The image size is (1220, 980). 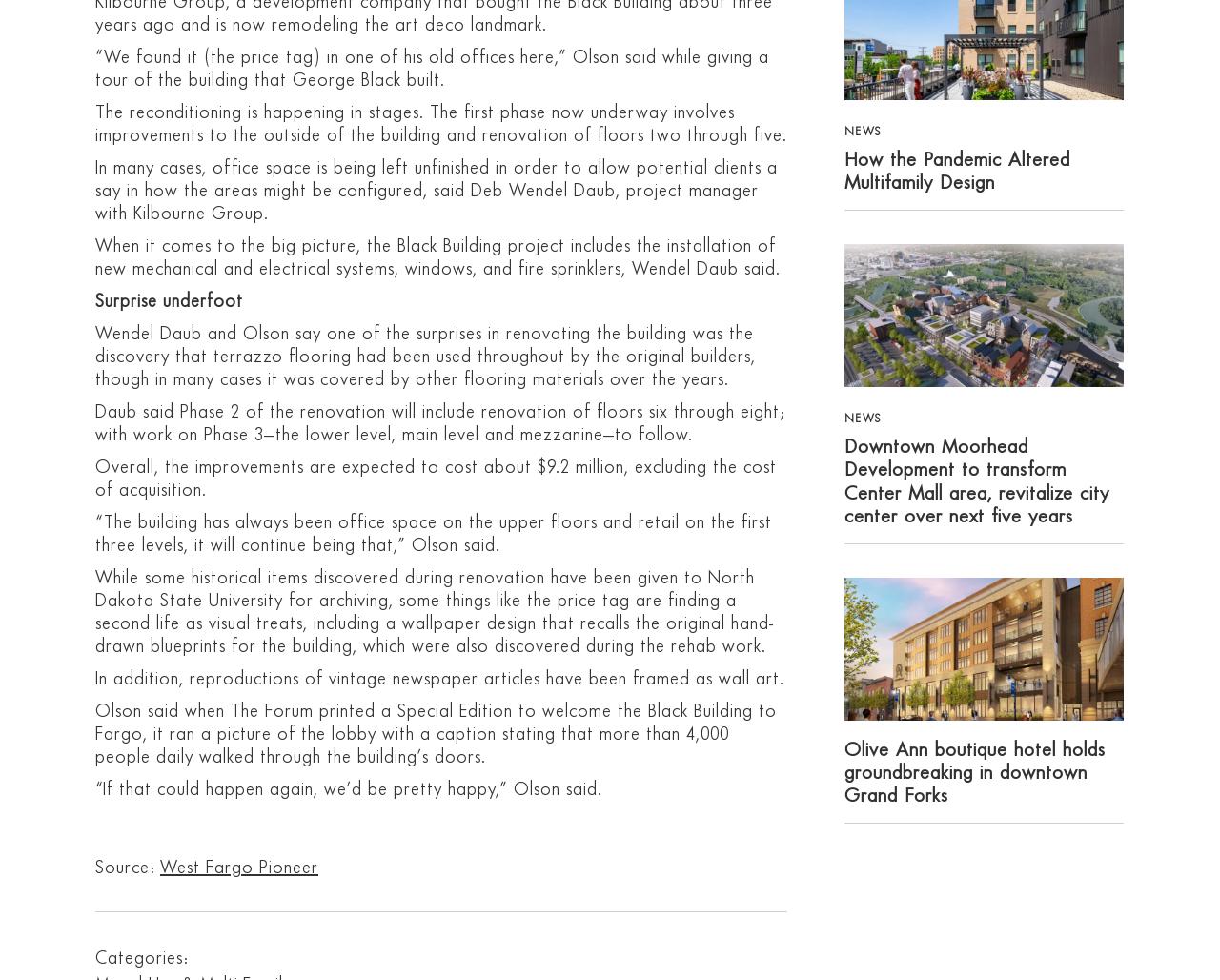 What do you see at coordinates (956, 171) in the screenshot?
I see `'How the Pandemic Altered Multifamily Design'` at bounding box center [956, 171].